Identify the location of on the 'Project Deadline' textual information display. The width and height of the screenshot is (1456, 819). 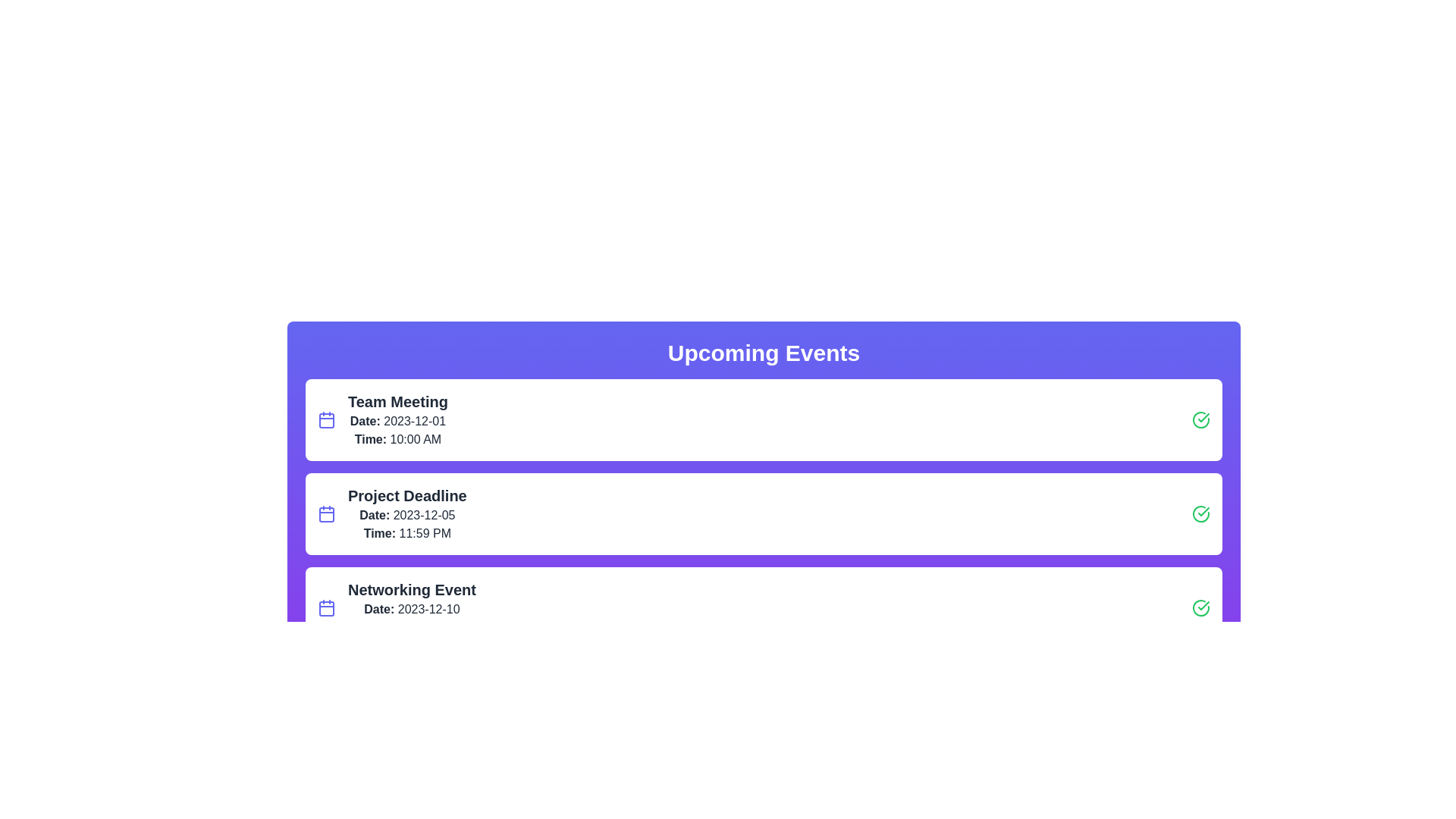
(407, 513).